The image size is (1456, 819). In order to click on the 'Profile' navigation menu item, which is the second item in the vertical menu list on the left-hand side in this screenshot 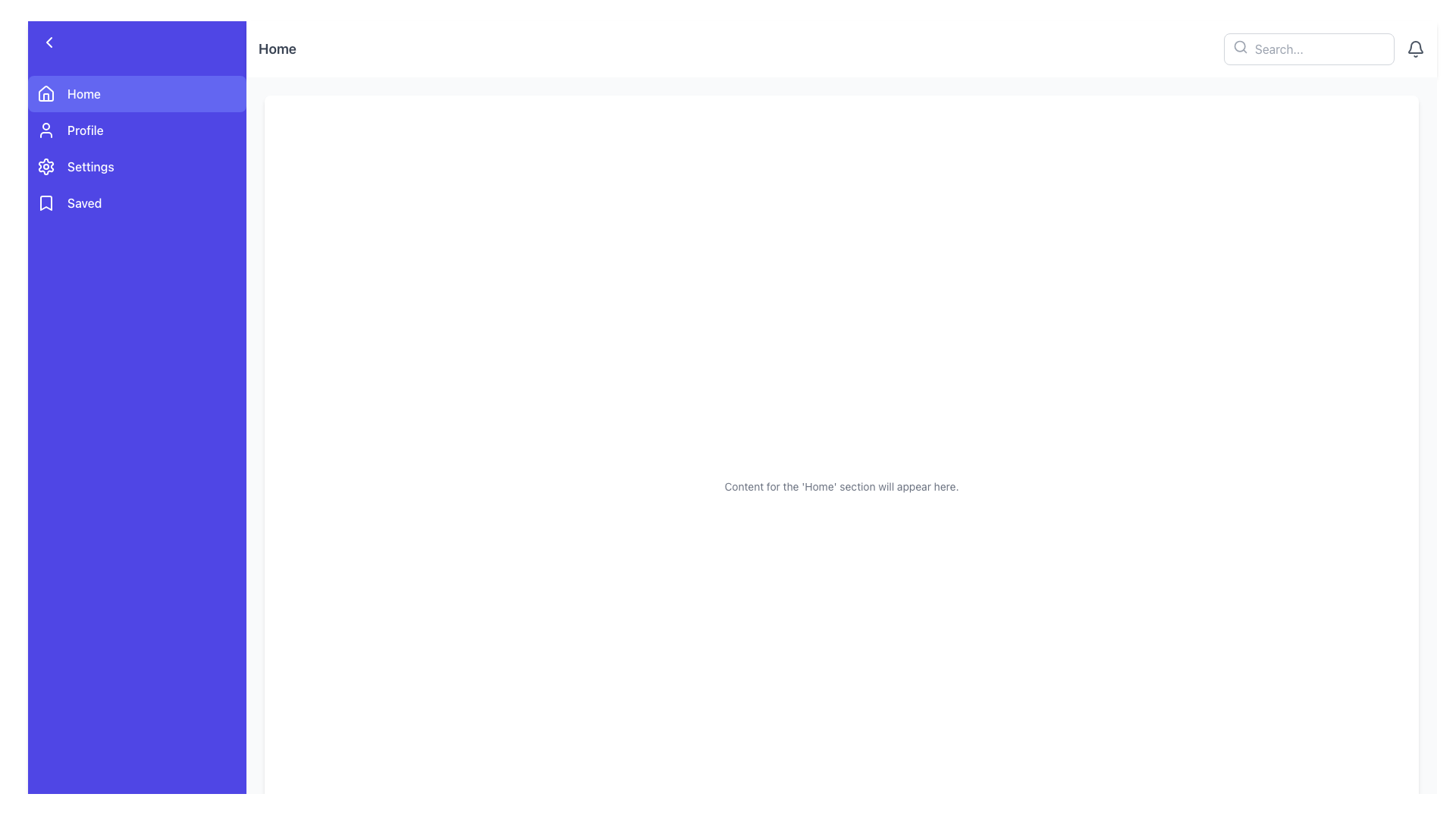, I will do `click(137, 130)`.